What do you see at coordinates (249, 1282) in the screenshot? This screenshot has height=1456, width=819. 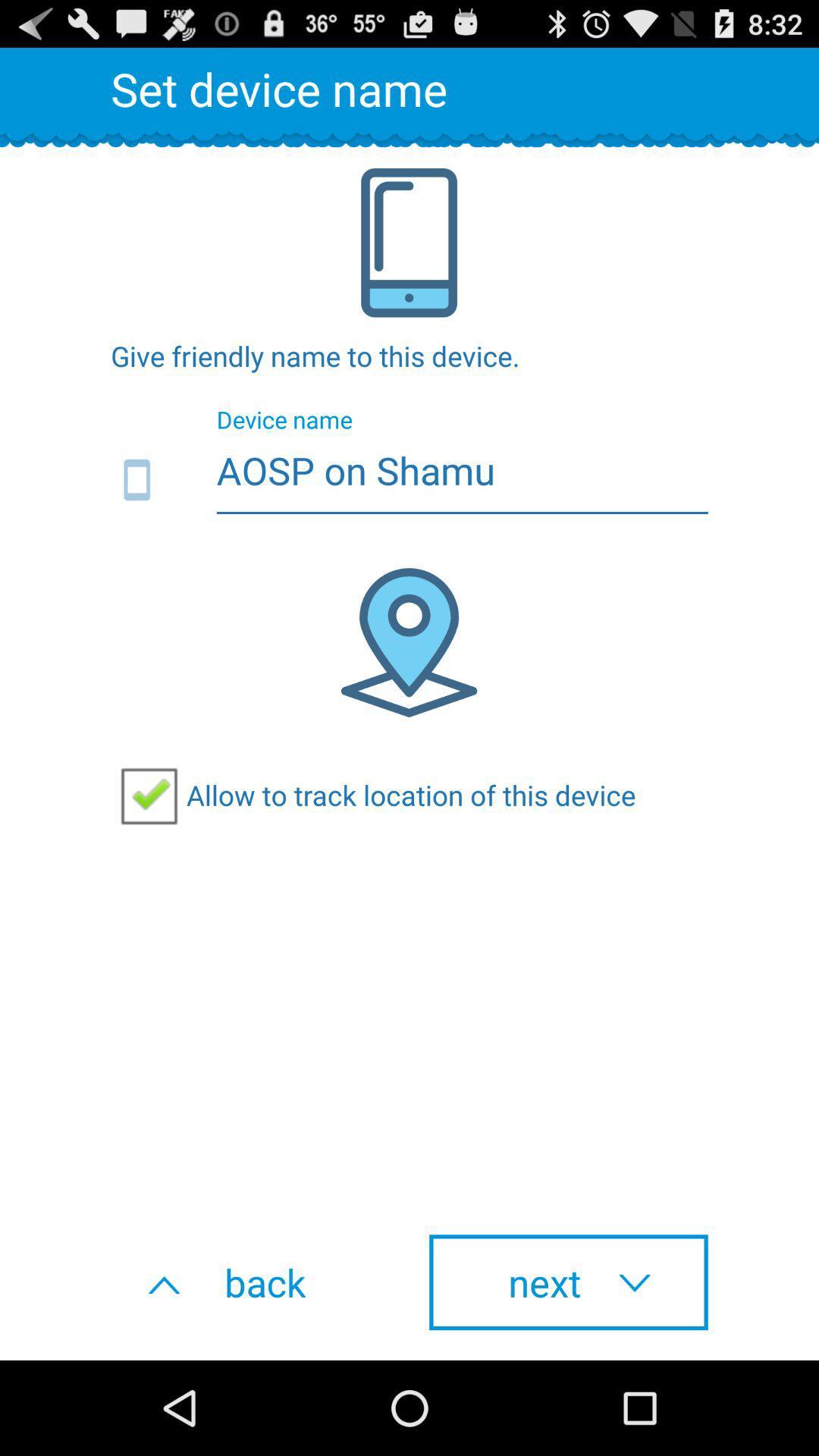 I see `the icon below the allow to track icon` at bounding box center [249, 1282].